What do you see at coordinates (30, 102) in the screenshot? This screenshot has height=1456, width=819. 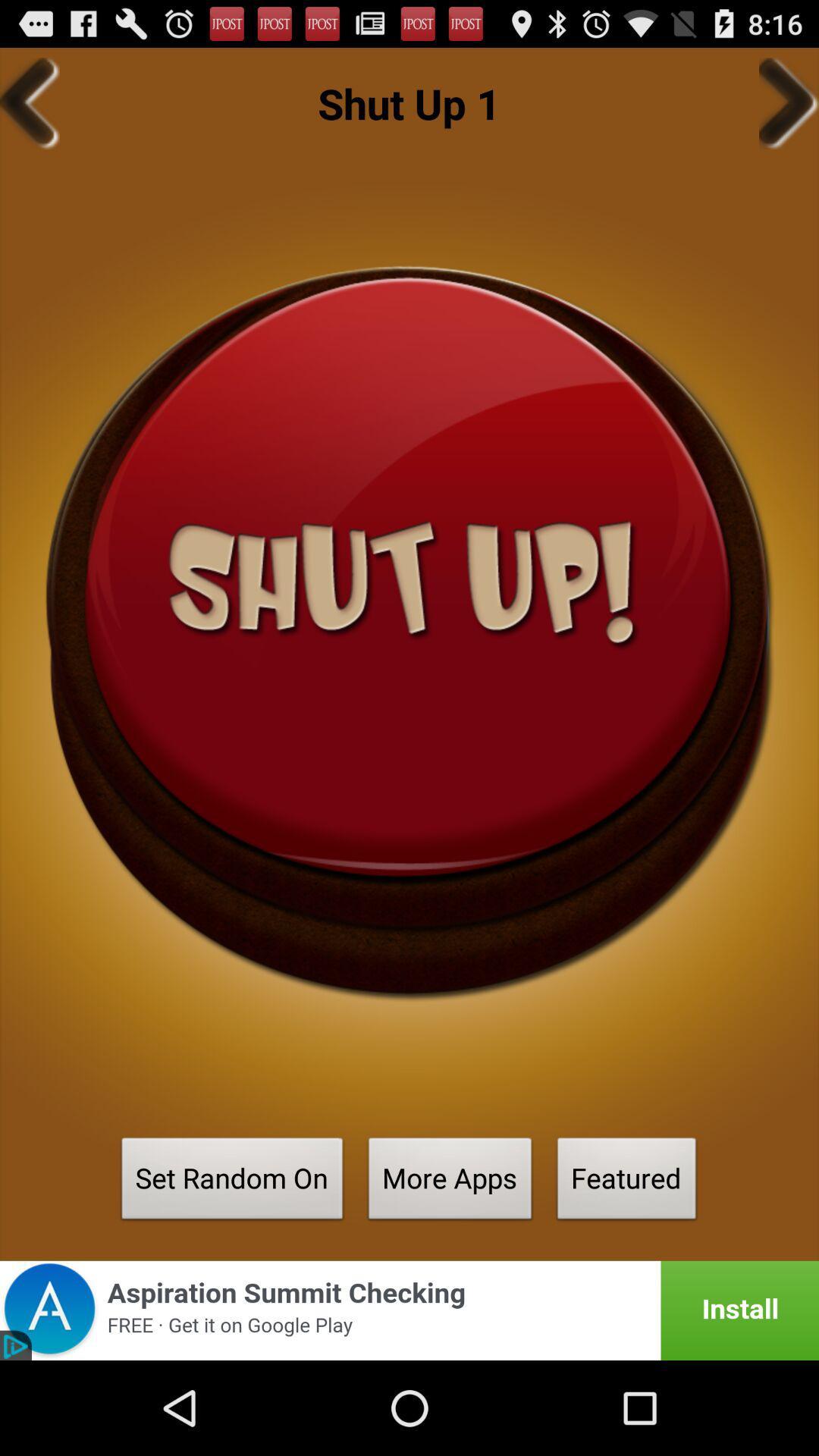 I see `icon at the top left corner` at bounding box center [30, 102].